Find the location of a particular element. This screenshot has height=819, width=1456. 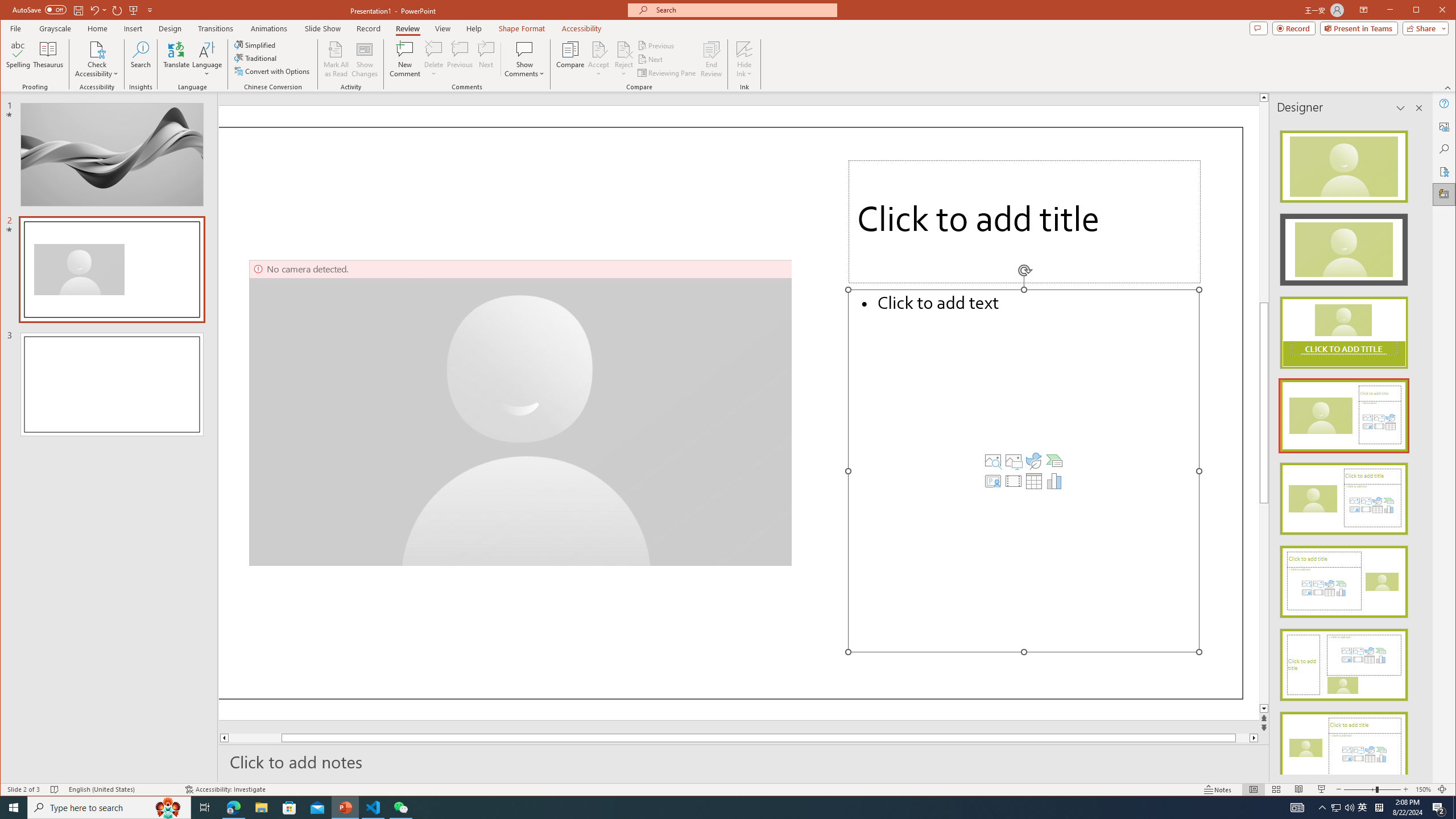

'Compare' is located at coordinates (570, 59).